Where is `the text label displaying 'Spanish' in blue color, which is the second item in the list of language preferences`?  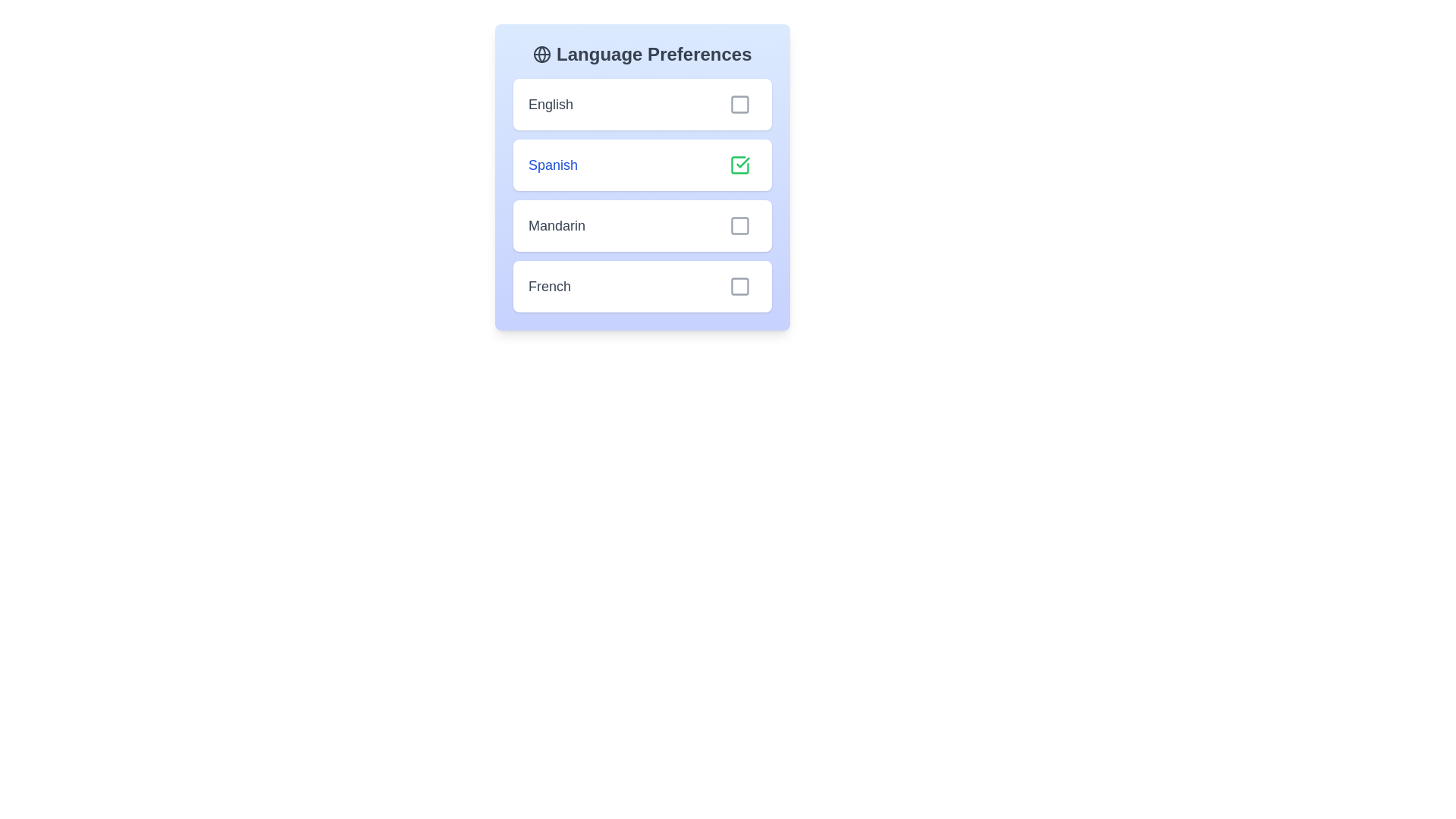
the text label displaying 'Spanish' in blue color, which is the second item in the list of language preferences is located at coordinates (552, 165).